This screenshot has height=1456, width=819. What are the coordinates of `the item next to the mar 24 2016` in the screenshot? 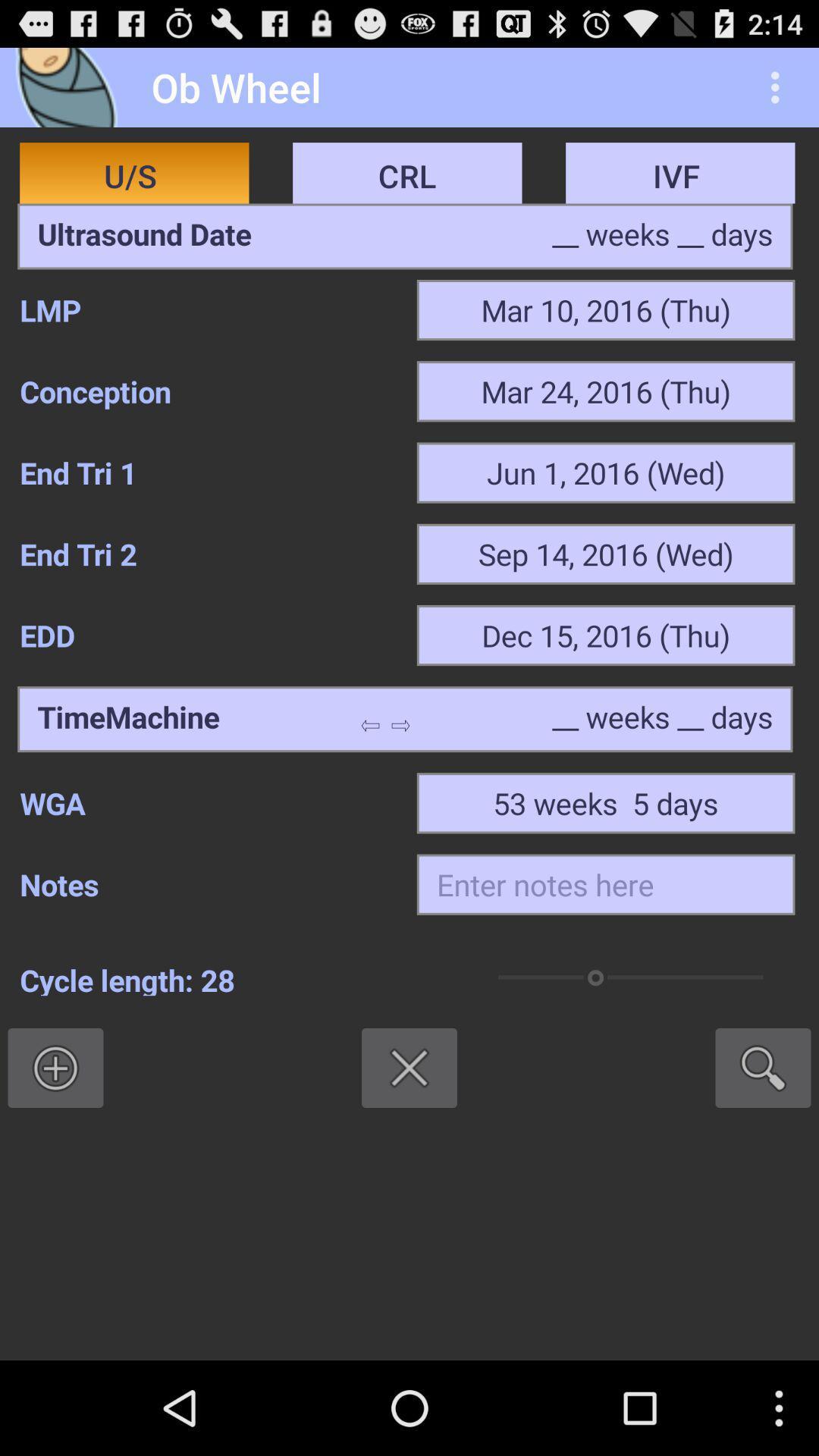 It's located at (208, 391).